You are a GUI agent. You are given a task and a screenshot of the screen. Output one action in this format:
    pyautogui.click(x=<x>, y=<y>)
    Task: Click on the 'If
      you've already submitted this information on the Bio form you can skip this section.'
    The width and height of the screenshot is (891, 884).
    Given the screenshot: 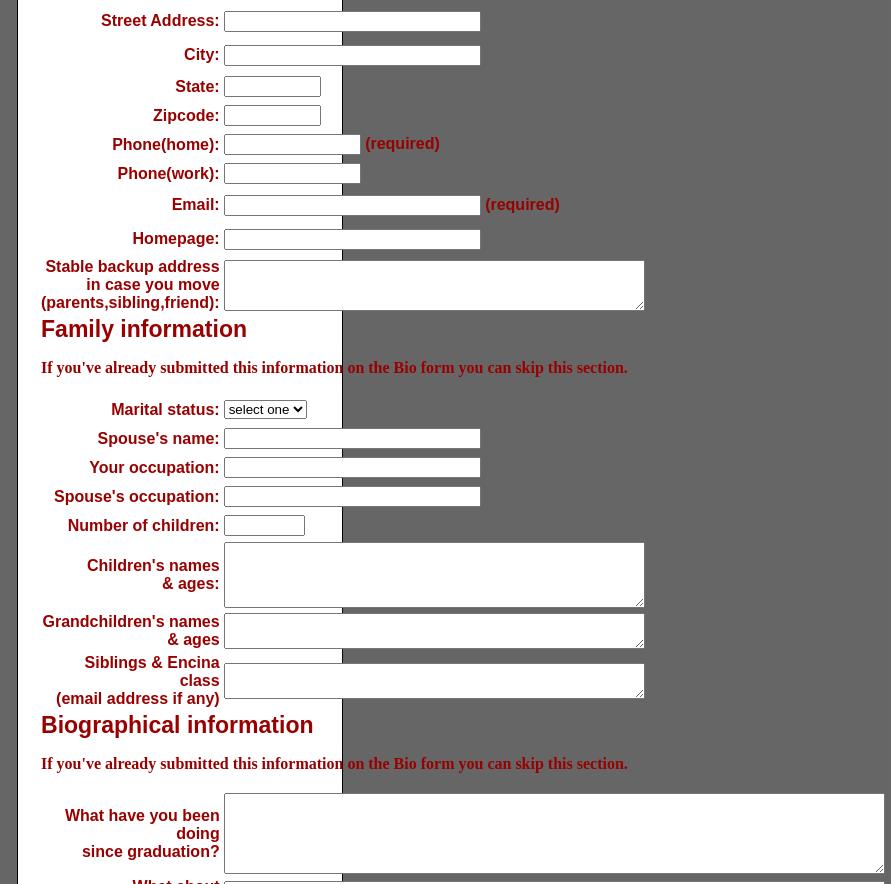 What is the action you would take?
    pyautogui.click(x=333, y=366)
    